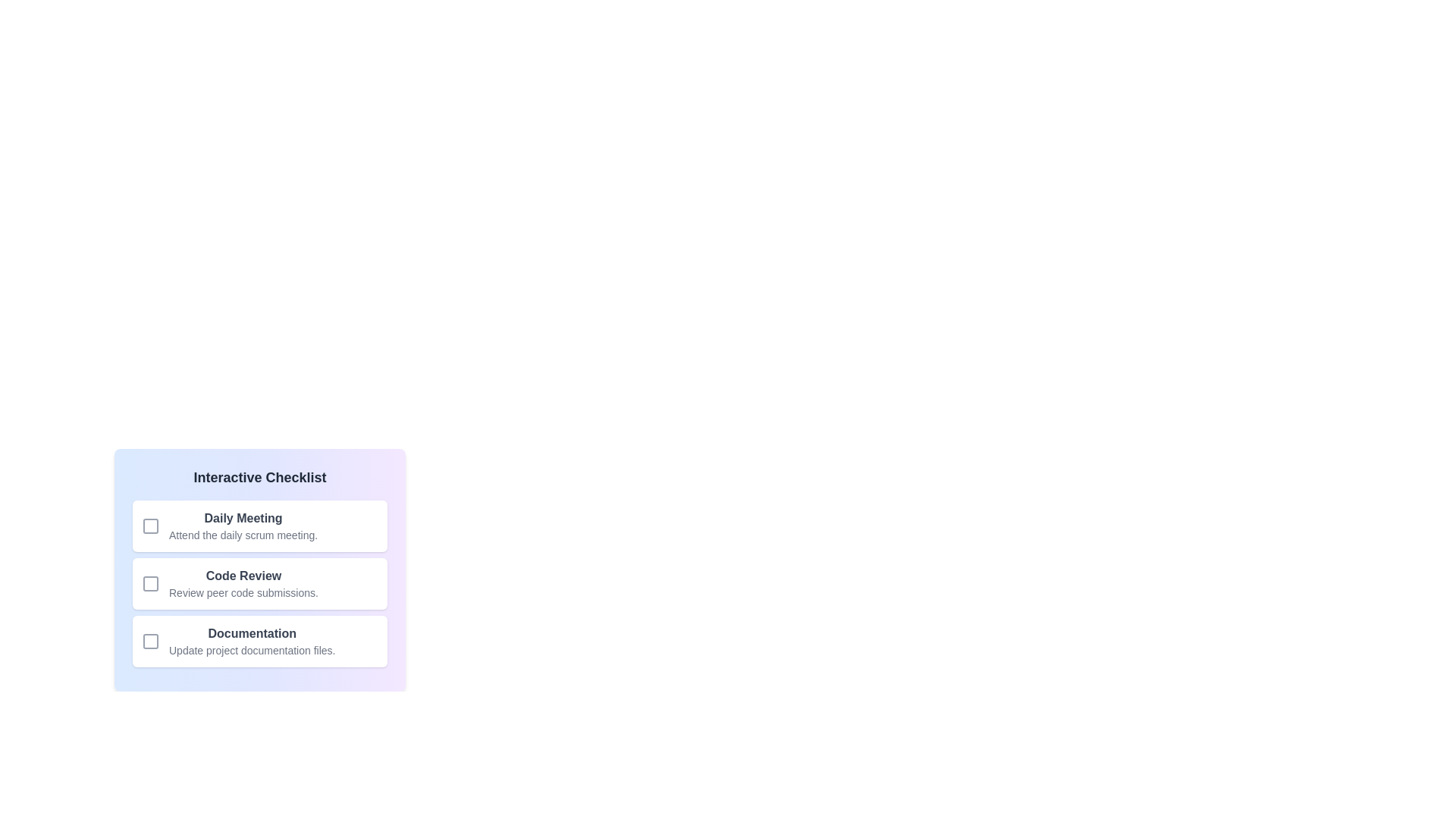 This screenshot has height=819, width=1456. What do you see at coordinates (243, 526) in the screenshot?
I see `details of the task 'Daily Meeting' presented in the text block of the first card in the 'Interactive Checklist'` at bounding box center [243, 526].